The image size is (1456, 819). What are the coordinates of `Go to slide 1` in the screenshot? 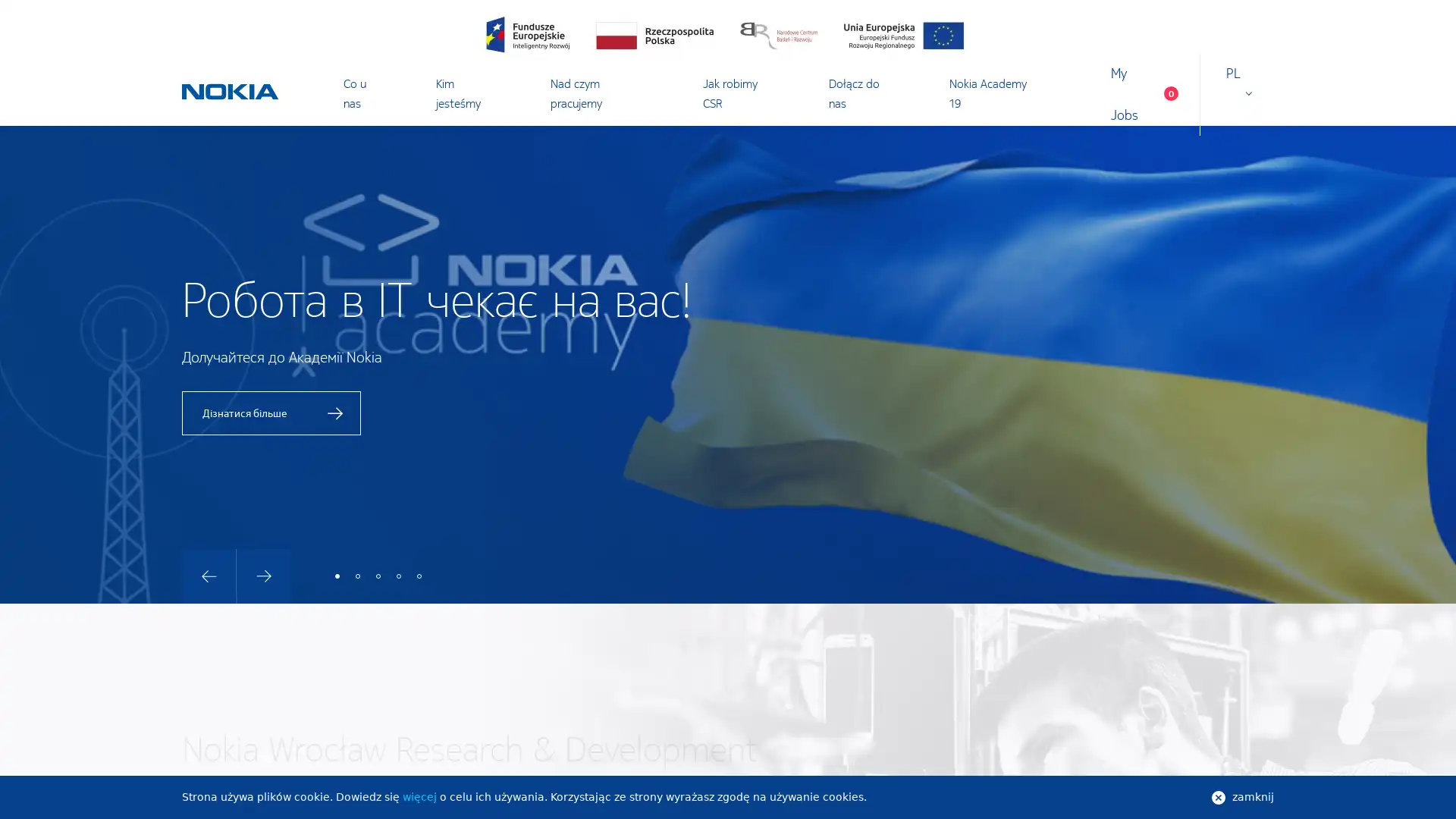 It's located at (337, 576).